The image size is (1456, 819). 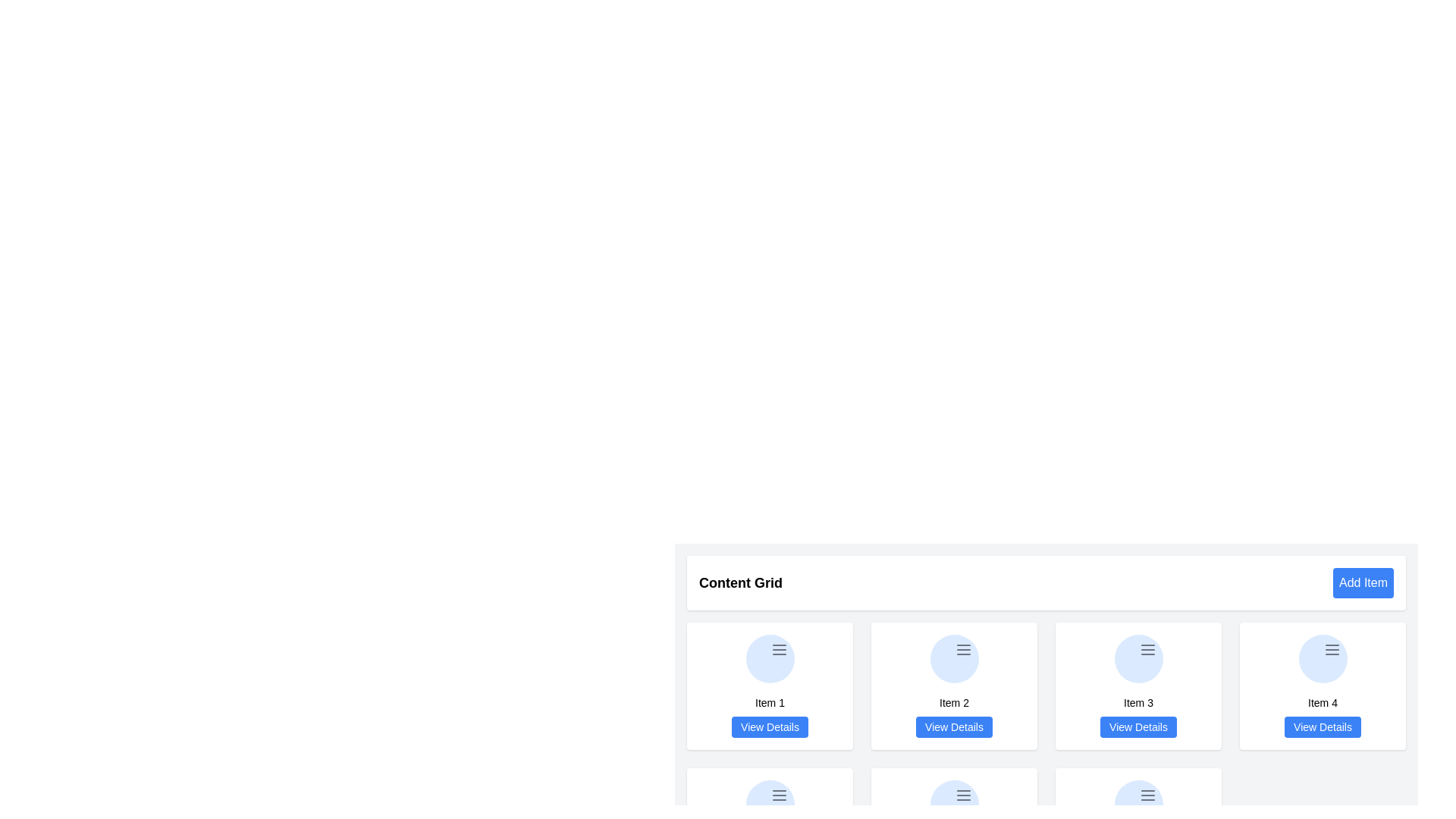 What do you see at coordinates (953, 726) in the screenshot?
I see `the button at the bottom center of the card labeled 'Item 2'` at bounding box center [953, 726].